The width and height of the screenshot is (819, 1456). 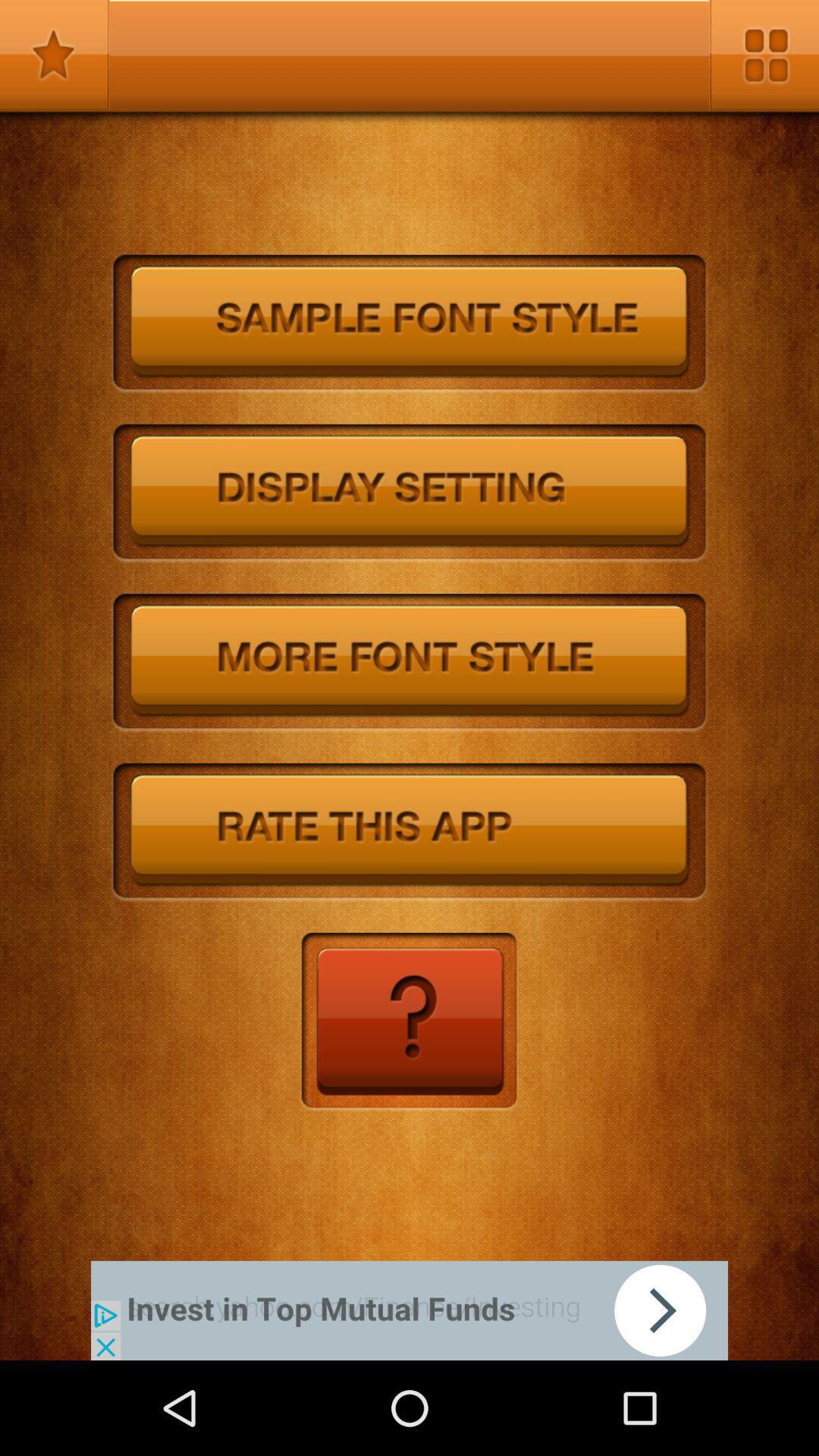 What do you see at coordinates (409, 1310) in the screenshot?
I see `open advertisement` at bounding box center [409, 1310].